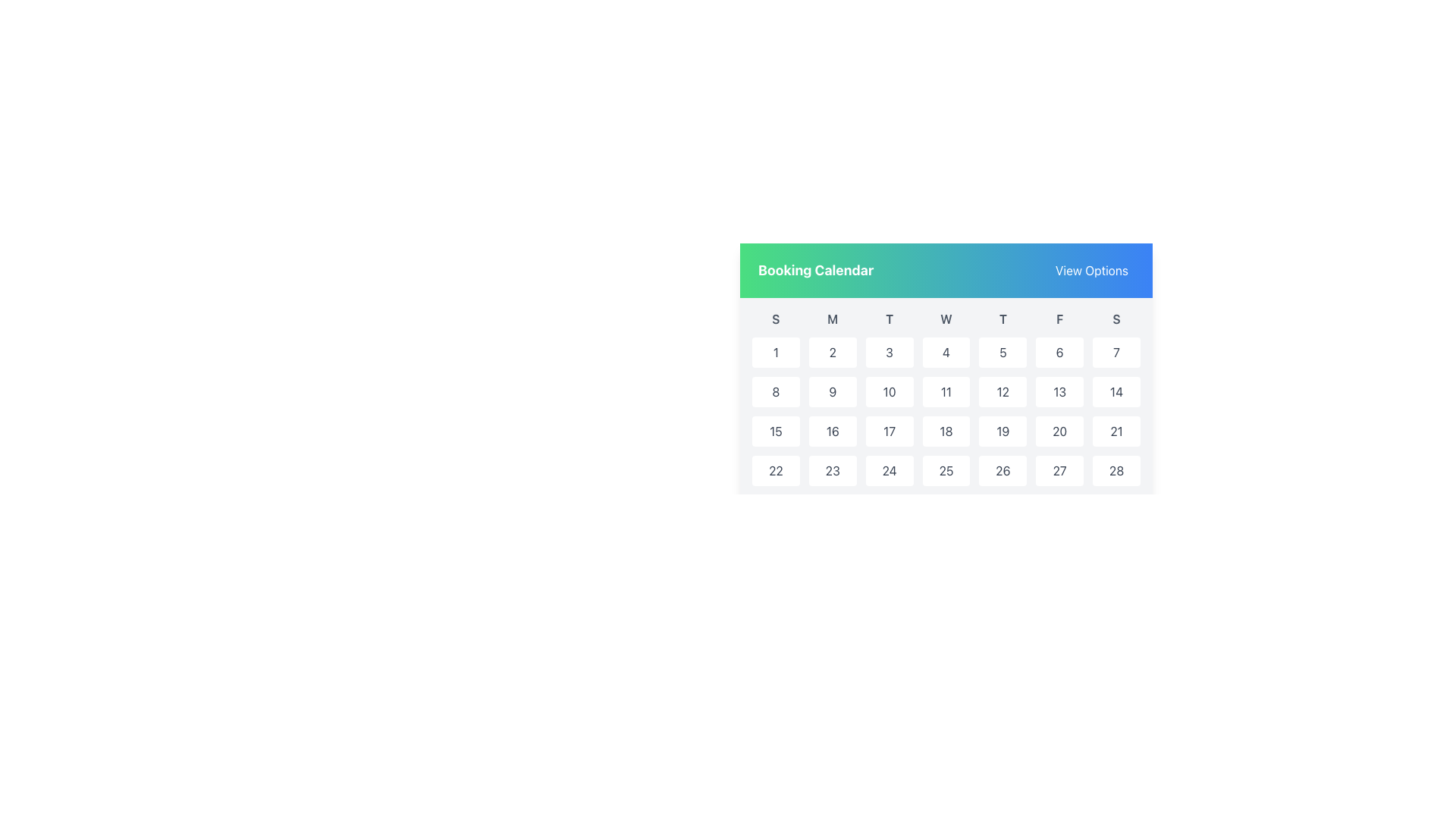  Describe the element at coordinates (1116, 470) in the screenshot. I see `date value displayed in the calendar cell showing the number '28', which is part of the Booking Calendar interface` at that location.